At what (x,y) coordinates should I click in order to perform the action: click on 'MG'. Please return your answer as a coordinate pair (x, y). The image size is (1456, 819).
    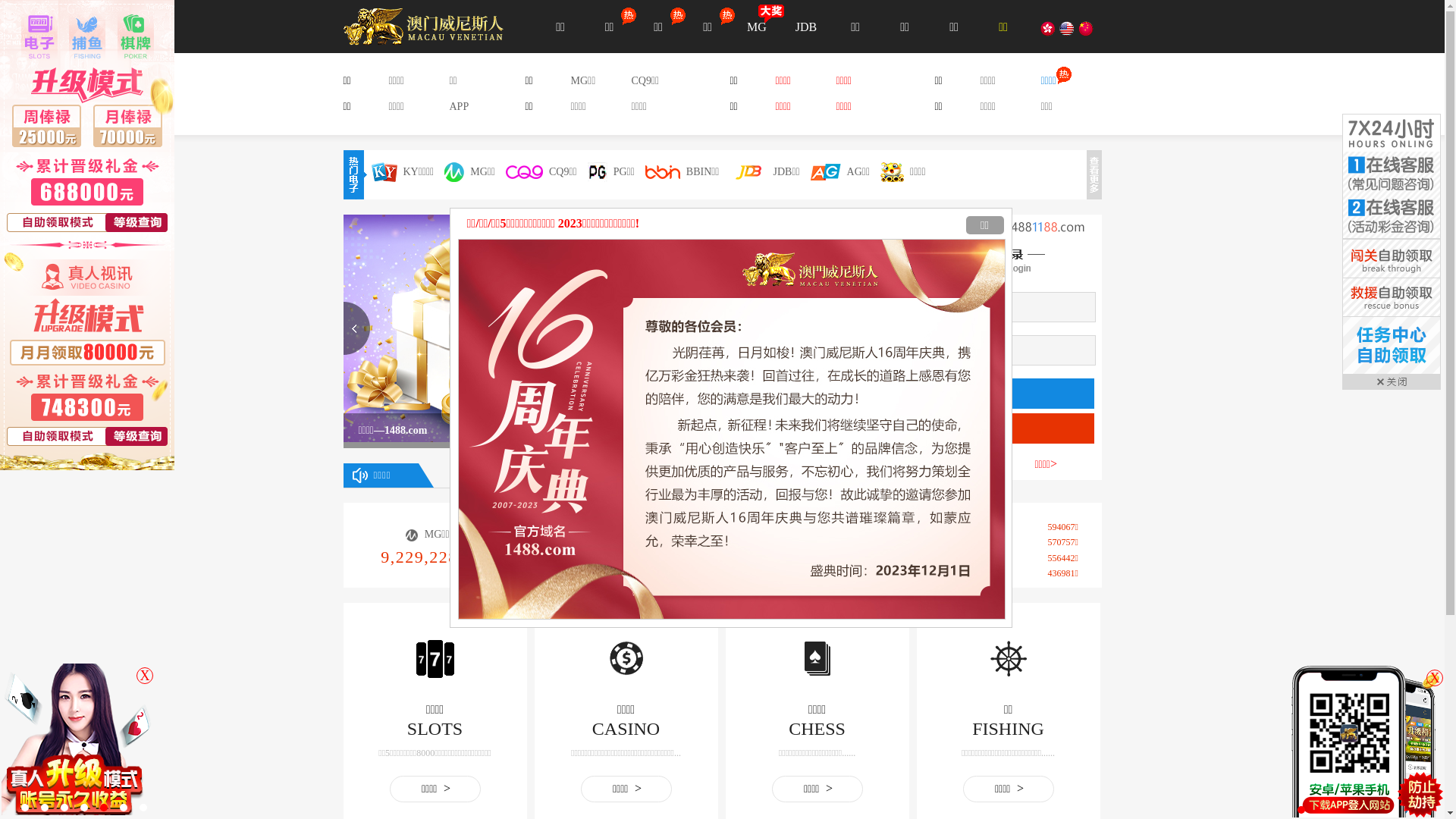
    Looking at the image, I should click on (757, 26).